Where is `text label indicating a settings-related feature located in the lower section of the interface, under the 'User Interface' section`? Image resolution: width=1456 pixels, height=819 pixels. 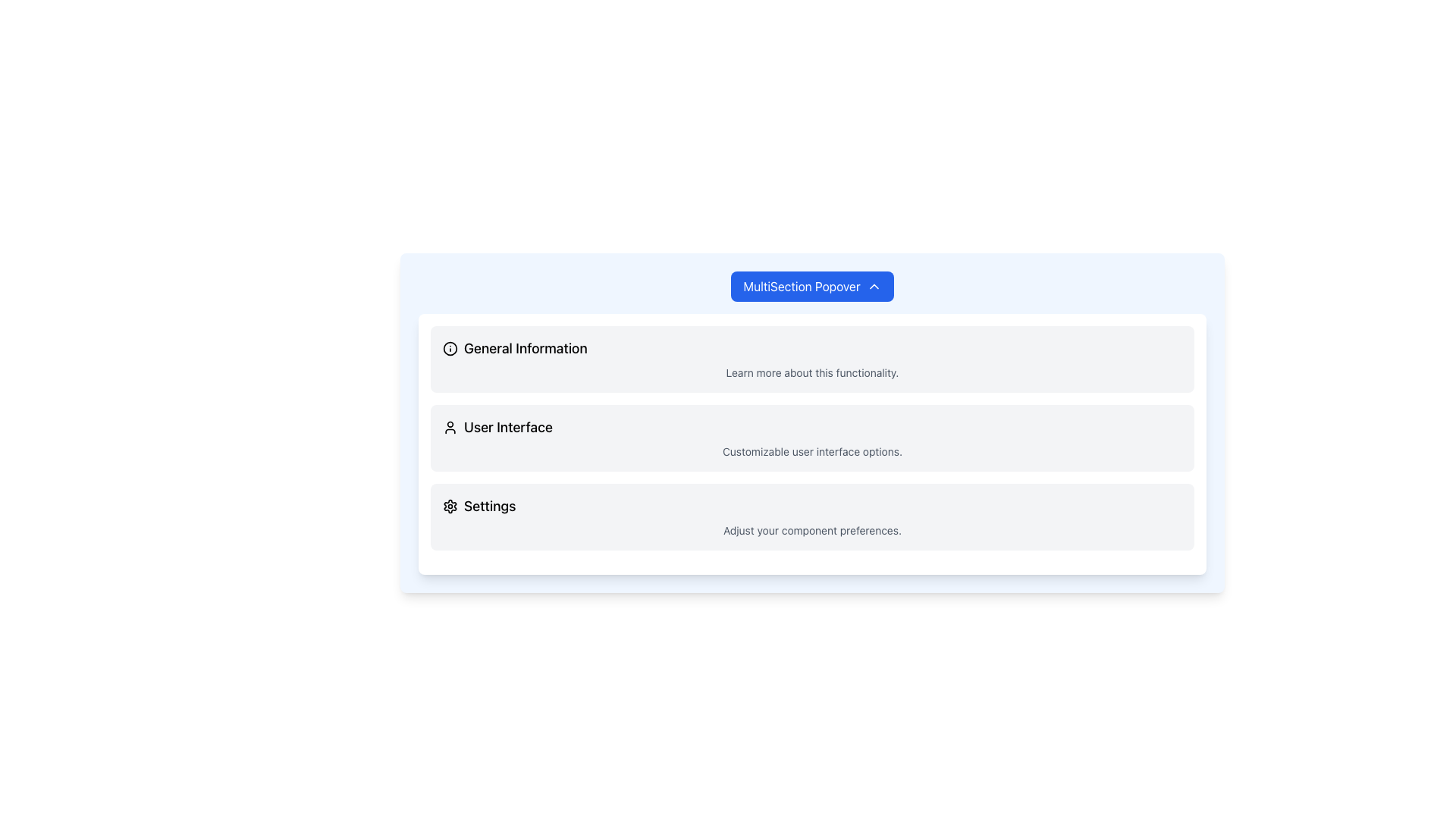 text label indicating a settings-related feature located in the lower section of the interface, under the 'User Interface' section is located at coordinates (490, 506).